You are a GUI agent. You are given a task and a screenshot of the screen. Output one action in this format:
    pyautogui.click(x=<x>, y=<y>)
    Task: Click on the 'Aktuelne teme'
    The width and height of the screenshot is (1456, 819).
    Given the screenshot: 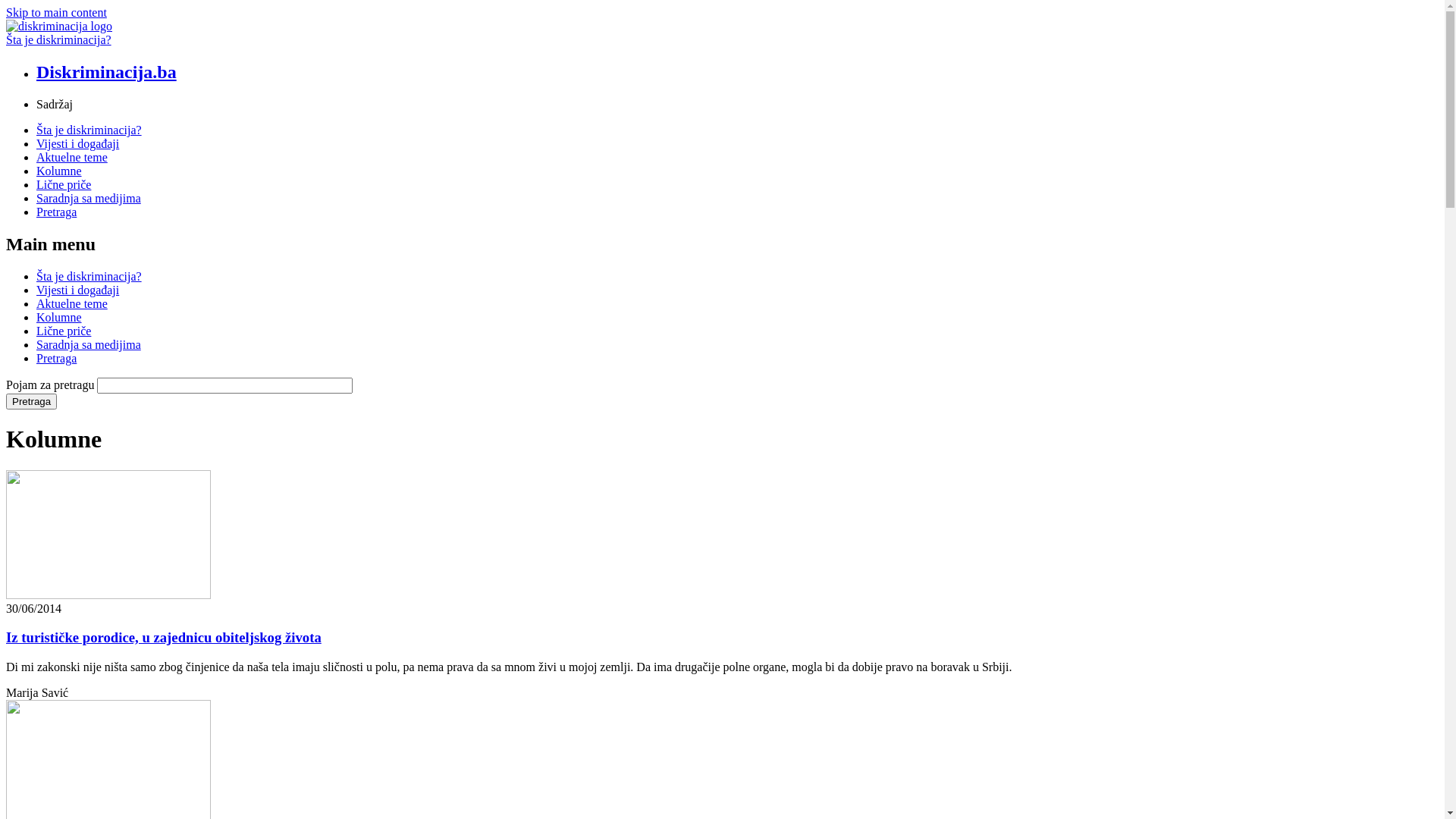 What is the action you would take?
    pyautogui.click(x=71, y=157)
    